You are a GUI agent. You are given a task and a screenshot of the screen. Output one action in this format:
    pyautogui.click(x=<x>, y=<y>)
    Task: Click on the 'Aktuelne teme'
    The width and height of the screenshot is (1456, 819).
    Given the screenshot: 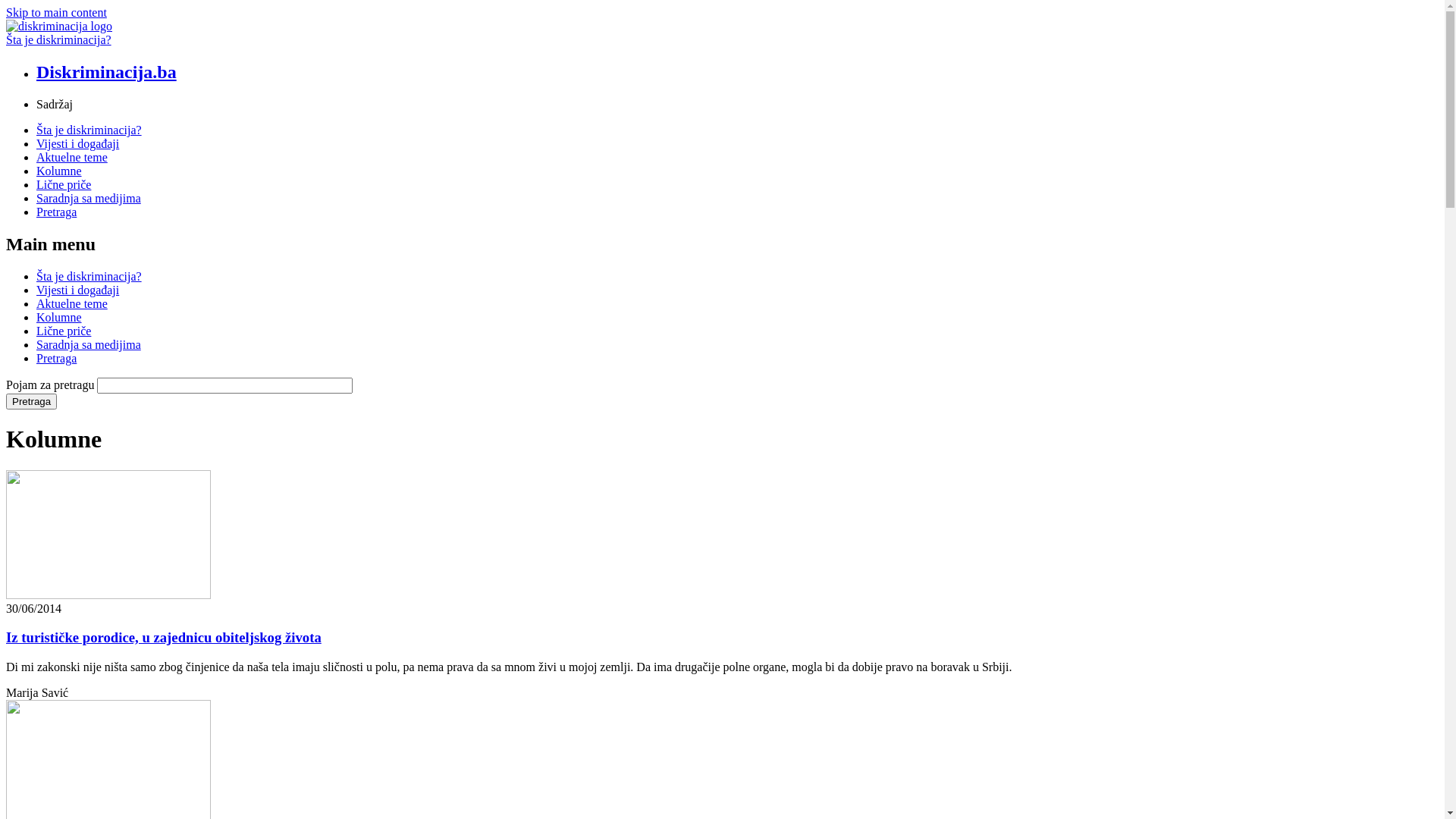 What is the action you would take?
    pyautogui.click(x=71, y=157)
    